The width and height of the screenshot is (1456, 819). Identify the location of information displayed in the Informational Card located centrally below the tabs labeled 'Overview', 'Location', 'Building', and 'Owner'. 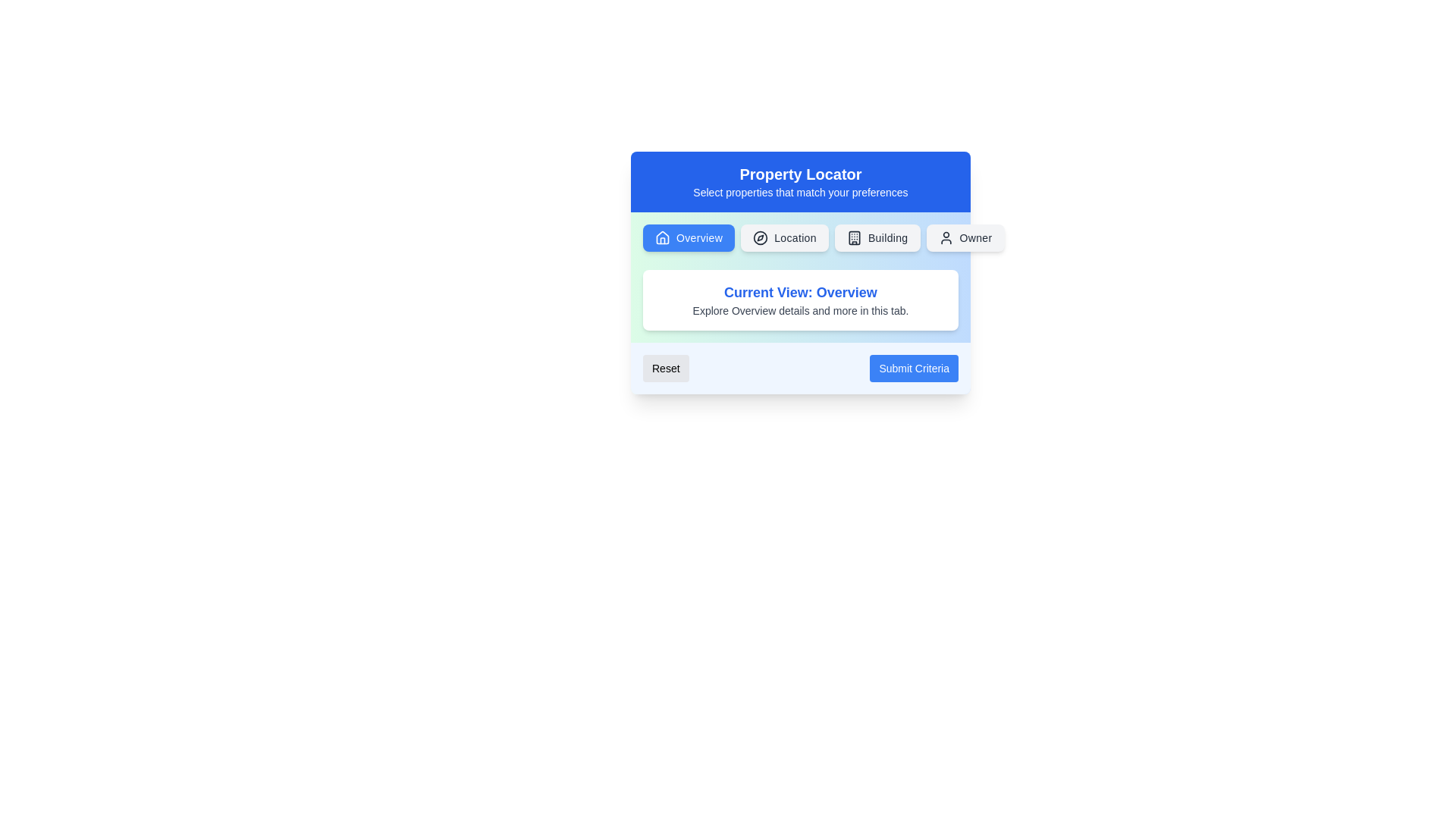
(800, 300).